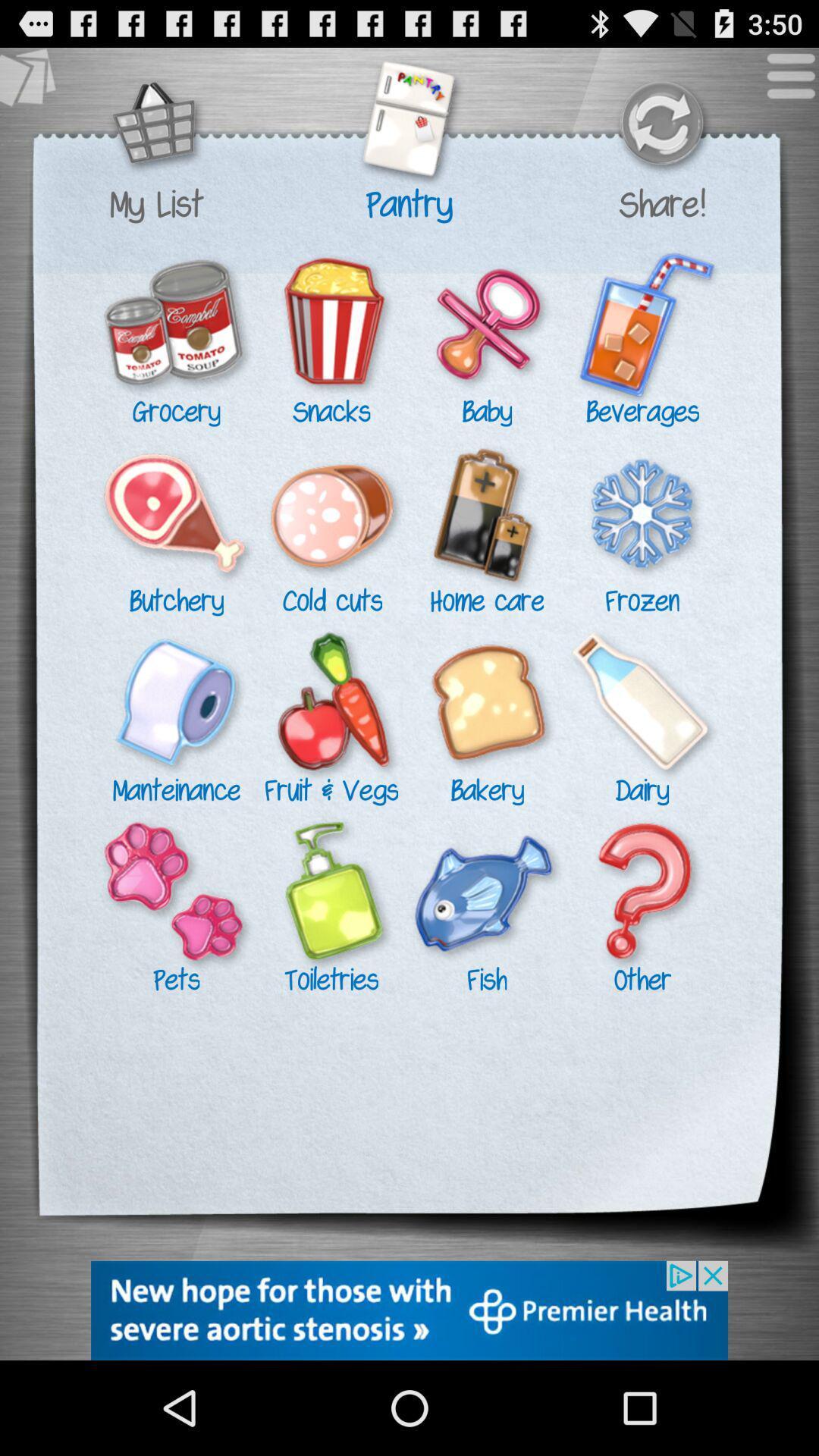  What do you see at coordinates (661, 134) in the screenshot?
I see `the refresh icon` at bounding box center [661, 134].